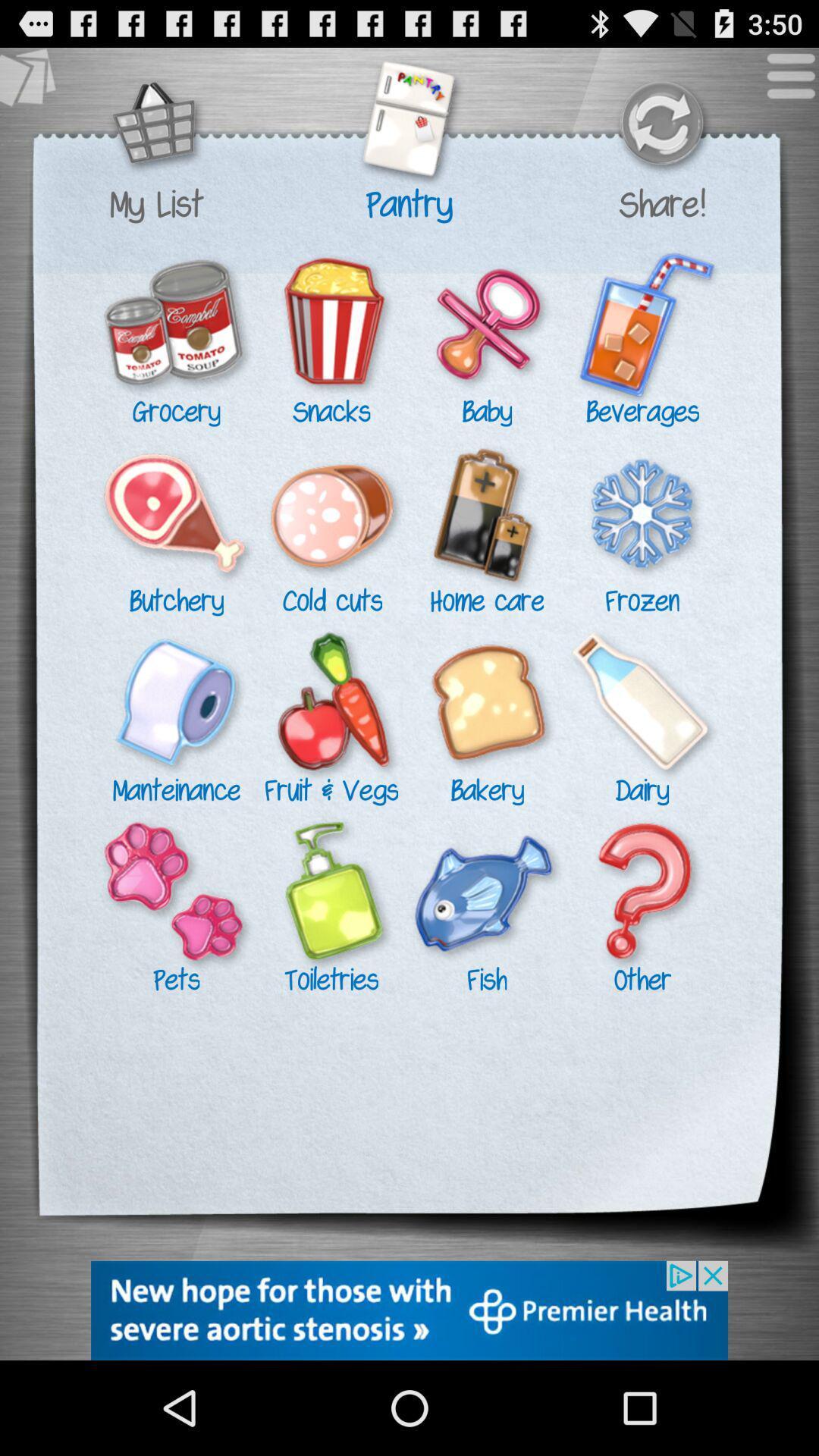  What do you see at coordinates (661, 134) in the screenshot?
I see `the refresh icon` at bounding box center [661, 134].